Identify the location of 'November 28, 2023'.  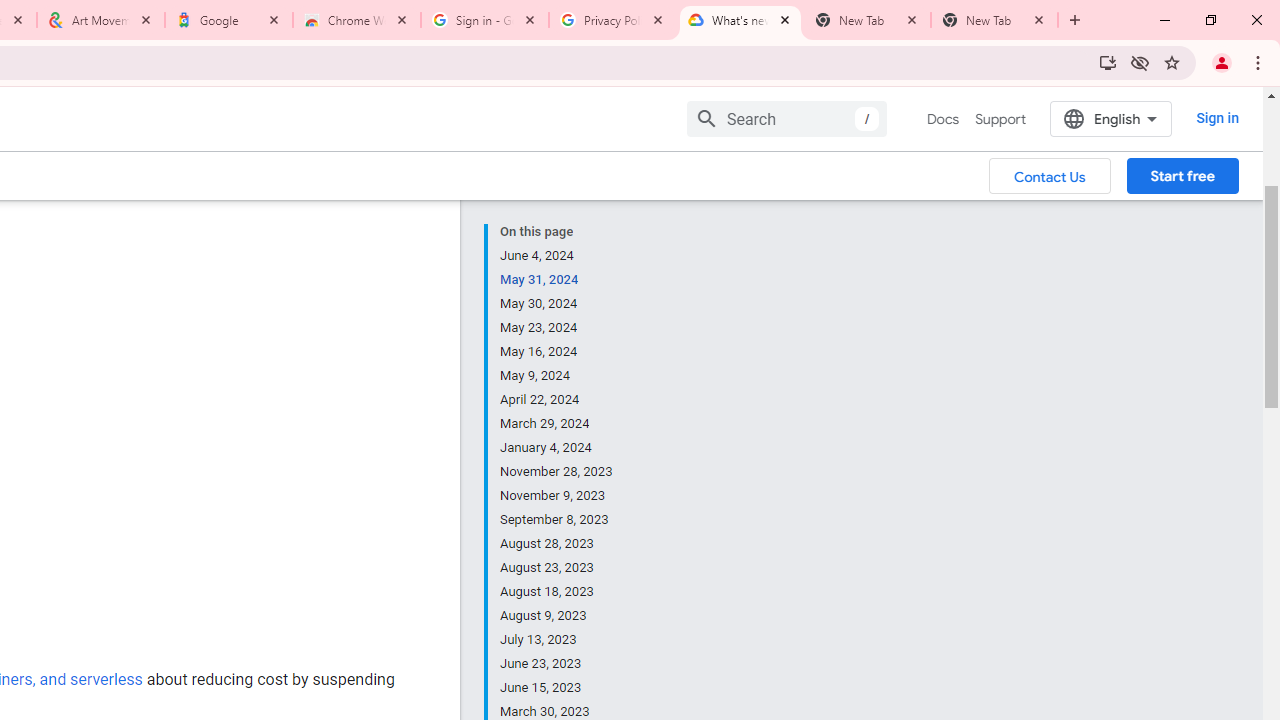
(557, 471).